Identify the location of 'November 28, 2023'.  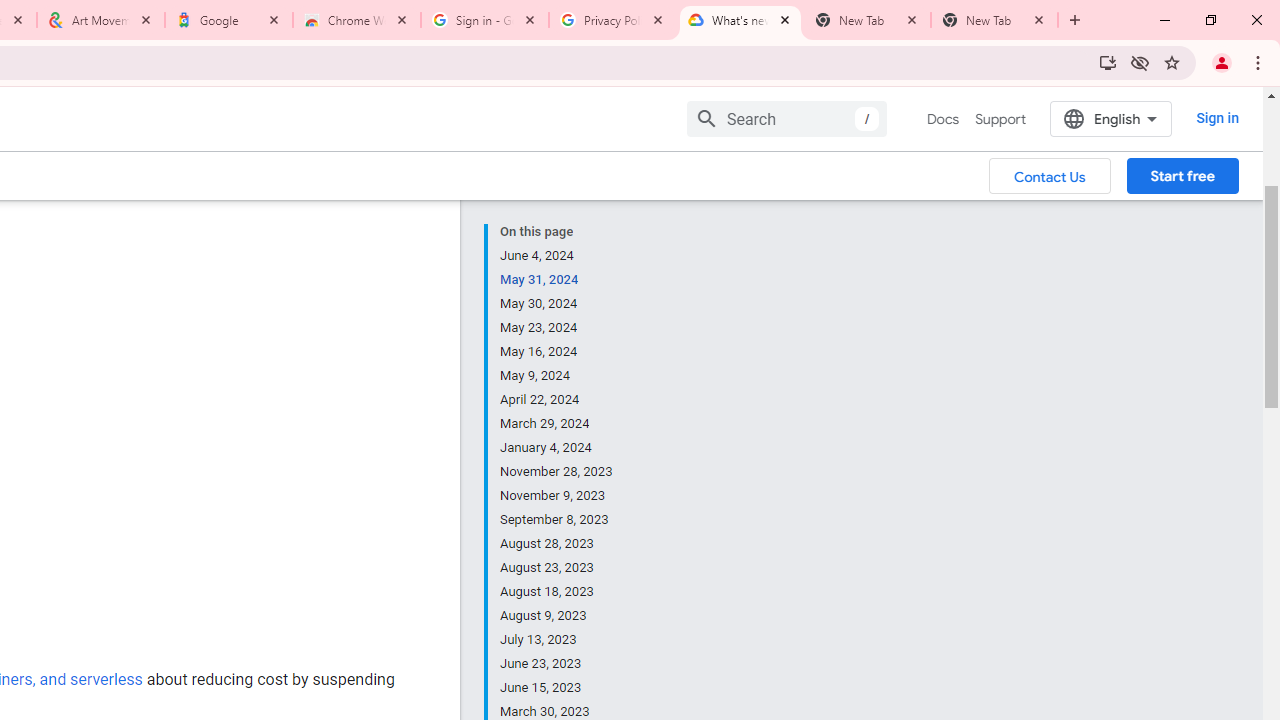
(557, 471).